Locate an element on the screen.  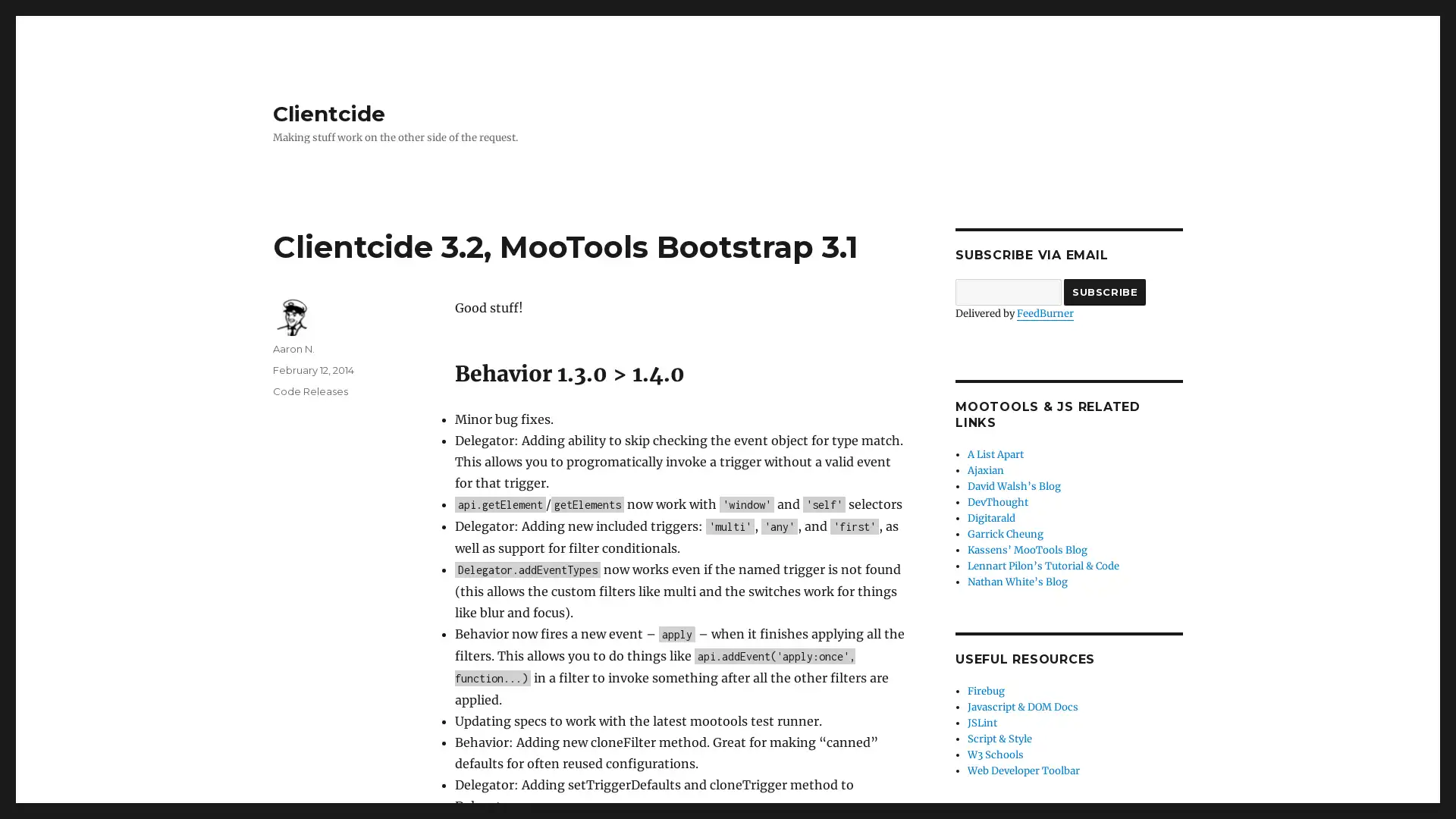
Subscribe is located at coordinates (1105, 292).